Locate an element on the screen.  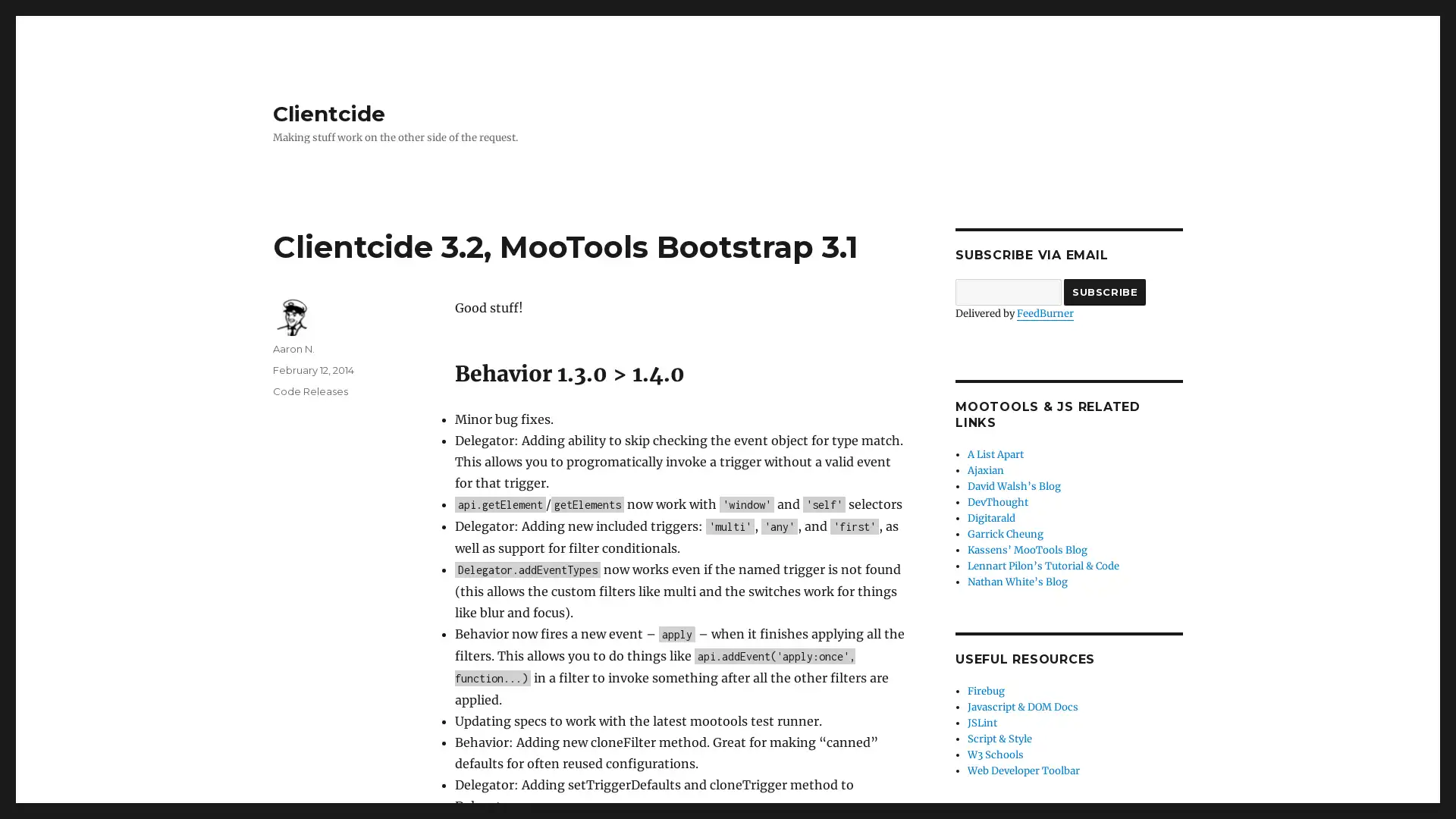
Subscribe is located at coordinates (1105, 292).